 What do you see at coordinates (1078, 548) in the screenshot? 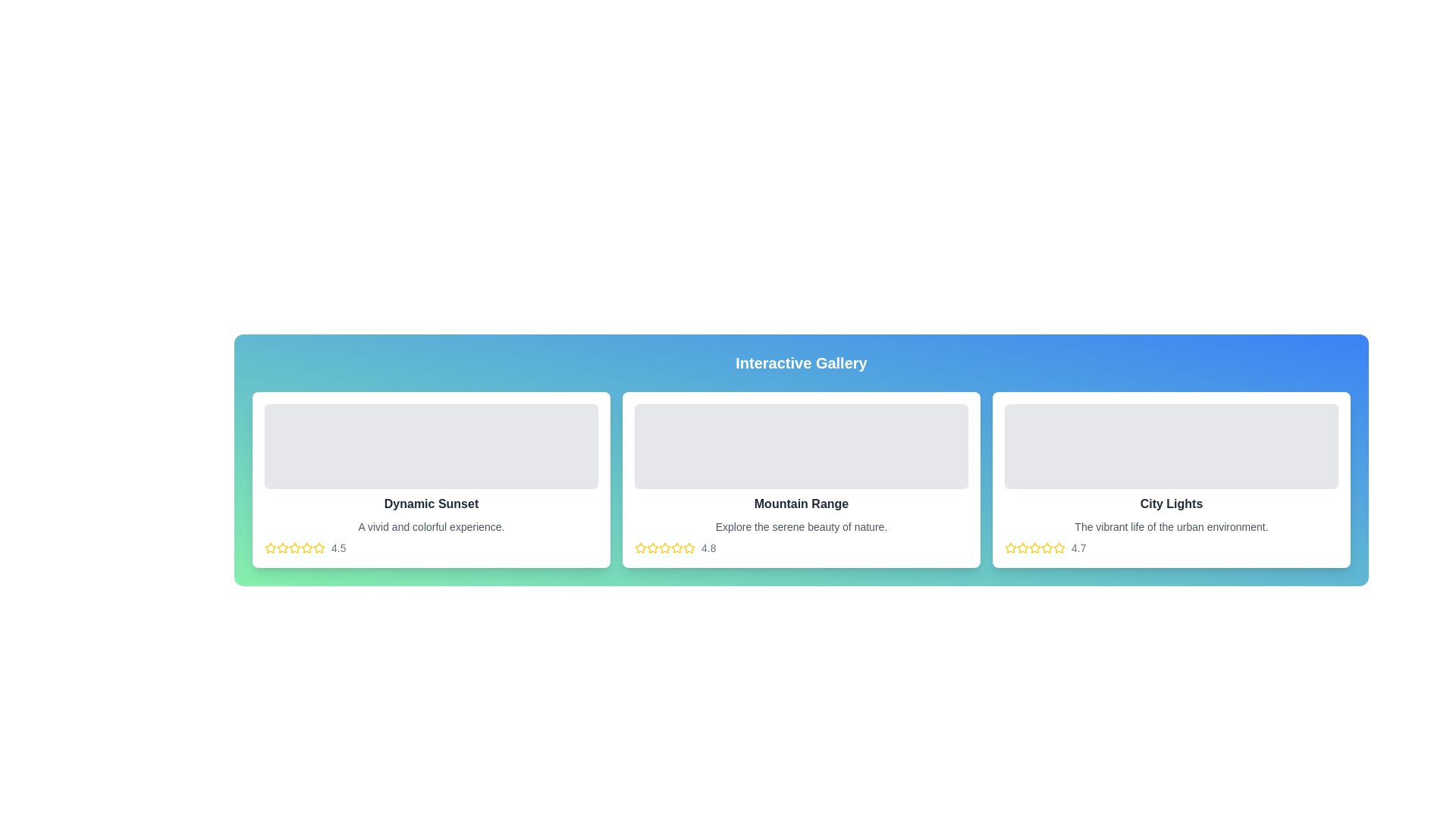
I see `numerical rating value displayed in the bottom-right corner of the 'City Lights' card, adjacent to the star rating system` at bounding box center [1078, 548].